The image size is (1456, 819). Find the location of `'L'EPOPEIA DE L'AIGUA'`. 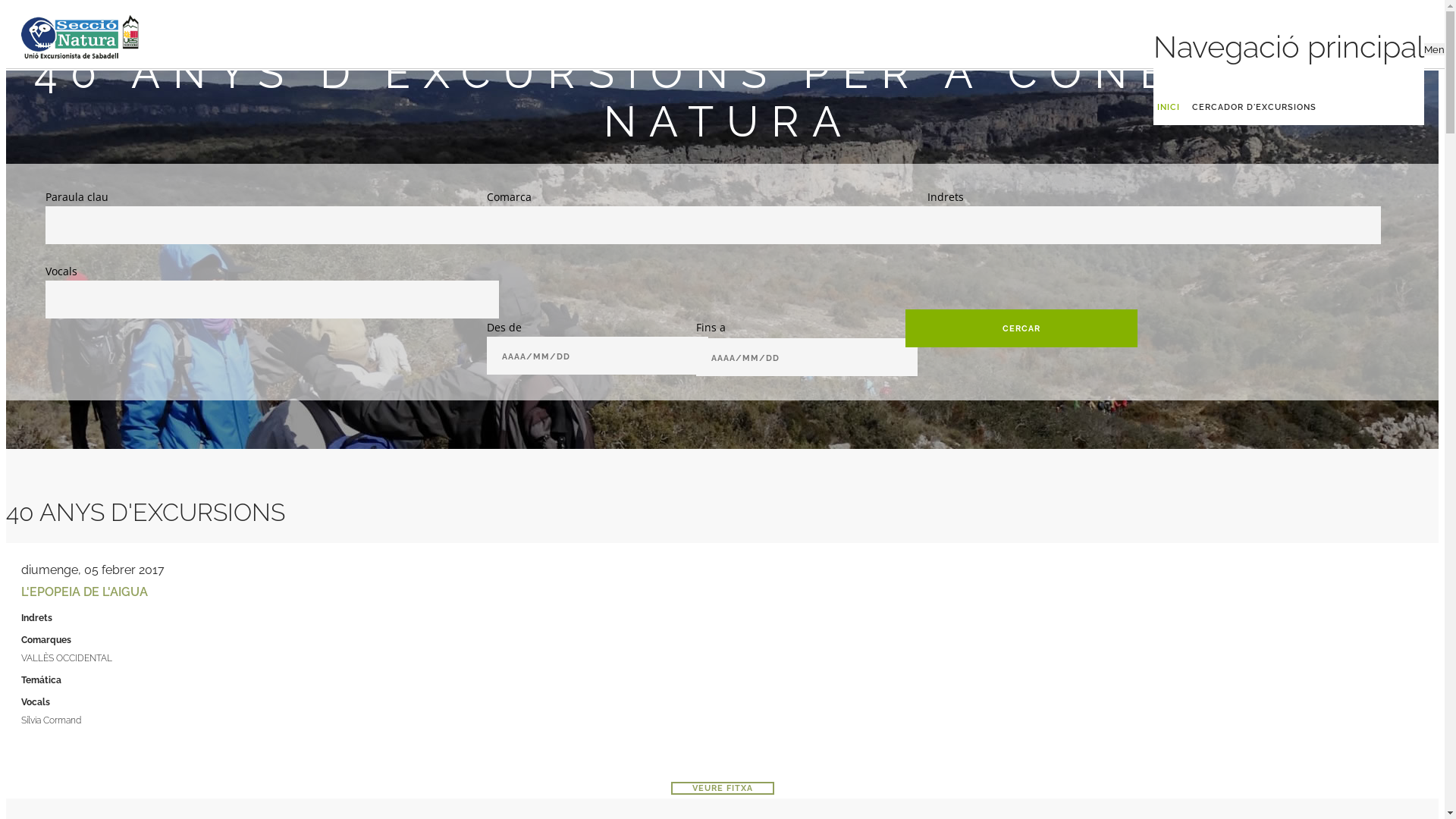

'L'EPOPEIA DE L'AIGUA' is located at coordinates (83, 591).